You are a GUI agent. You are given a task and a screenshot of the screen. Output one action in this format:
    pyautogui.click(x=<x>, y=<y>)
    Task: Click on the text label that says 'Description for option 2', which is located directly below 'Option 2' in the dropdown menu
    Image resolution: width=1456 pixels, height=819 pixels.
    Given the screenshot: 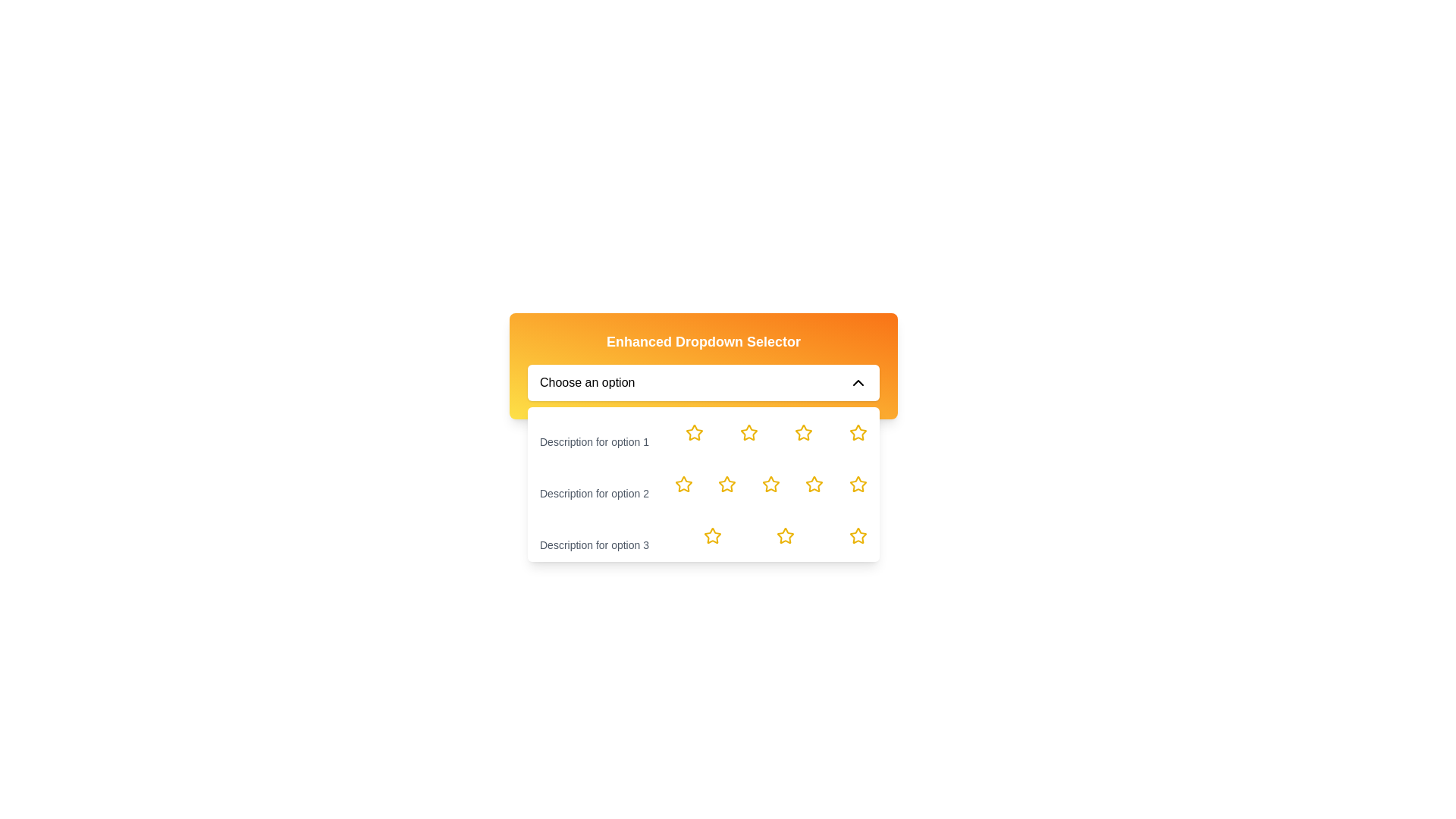 What is the action you would take?
    pyautogui.click(x=593, y=485)
    